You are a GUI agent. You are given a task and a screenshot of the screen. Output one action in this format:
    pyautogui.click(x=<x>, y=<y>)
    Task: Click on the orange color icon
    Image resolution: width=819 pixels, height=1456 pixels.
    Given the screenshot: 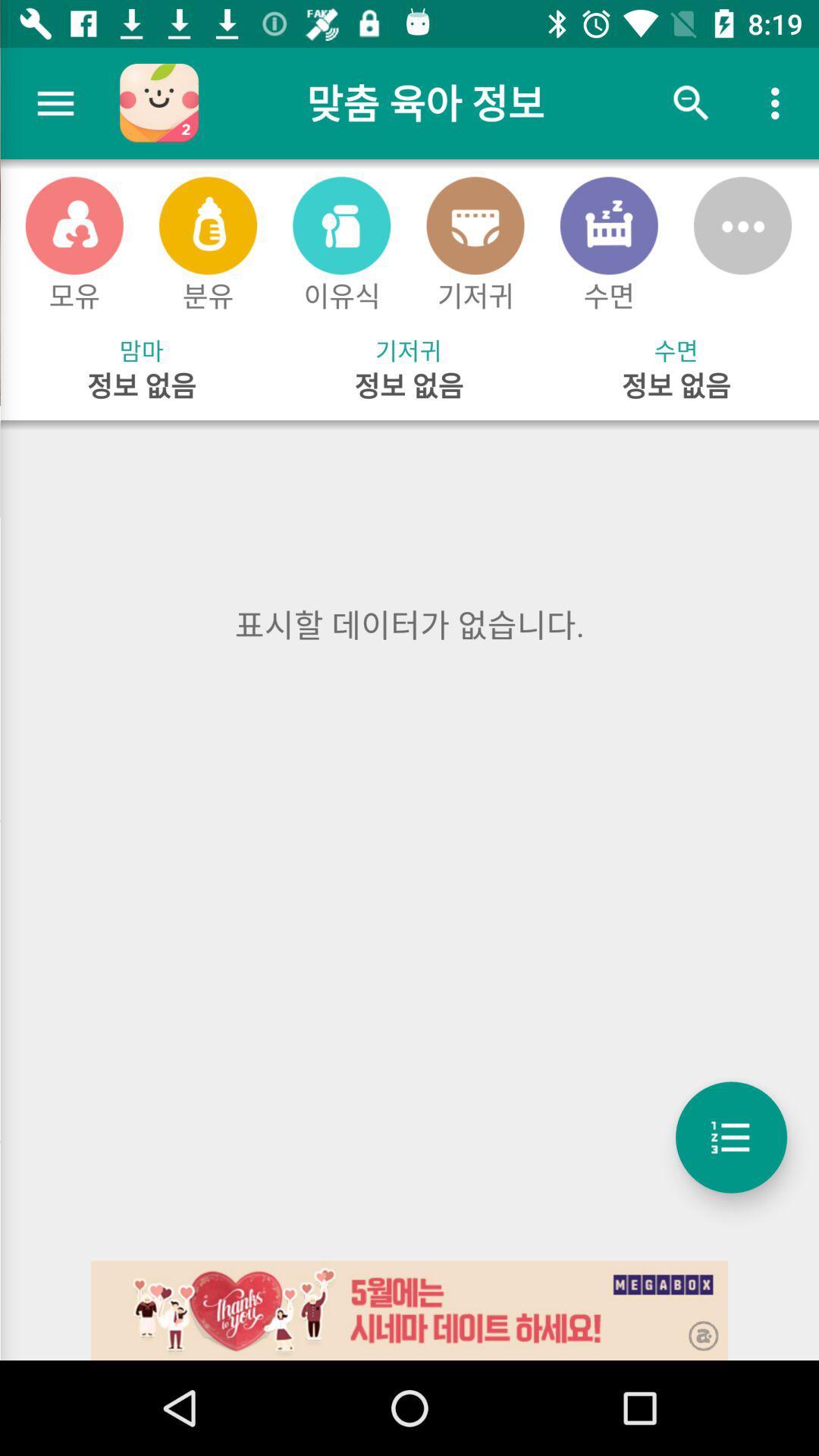 What is the action you would take?
    pyautogui.click(x=74, y=224)
    